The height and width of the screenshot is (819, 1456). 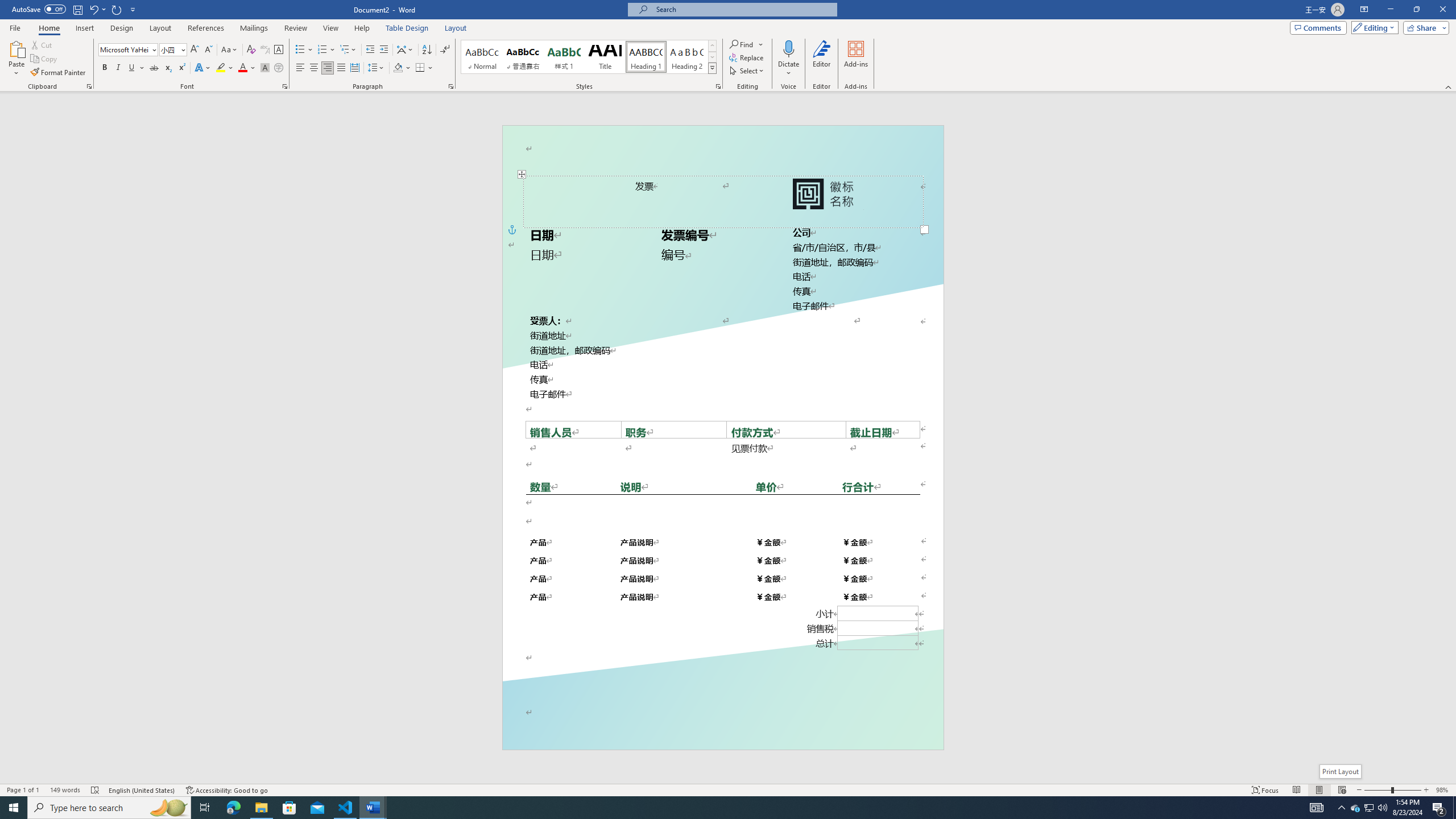 What do you see at coordinates (747, 56) in the screenshot?
I see `'Replace...'` at bounding box center [747, 56].